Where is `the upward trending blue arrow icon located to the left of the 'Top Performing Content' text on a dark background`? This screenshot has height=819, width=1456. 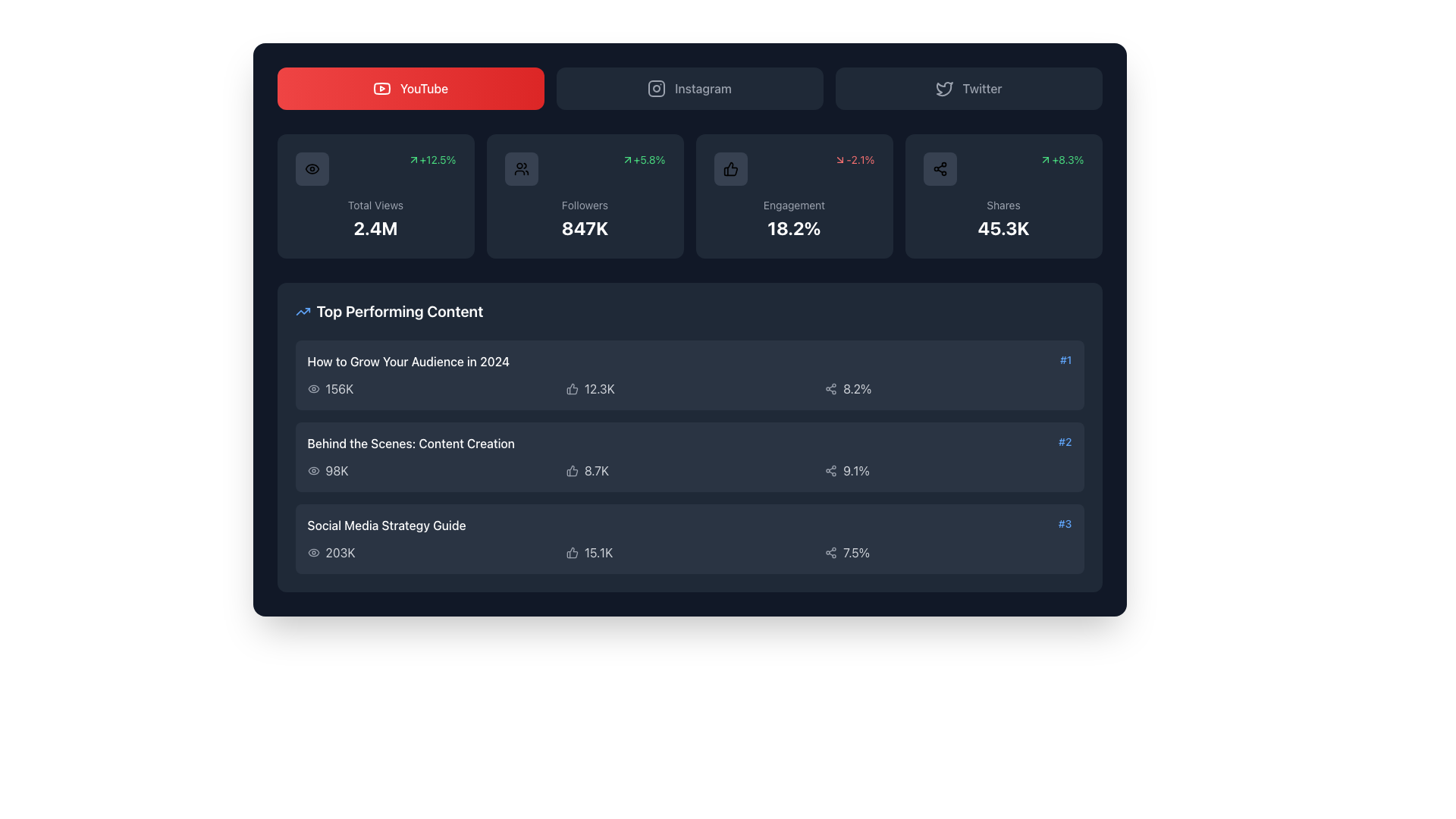 the upward trending blue arrow icon located to the left of the 'Top Performing Content' text on a dark background is located at coordinates (303, 311).